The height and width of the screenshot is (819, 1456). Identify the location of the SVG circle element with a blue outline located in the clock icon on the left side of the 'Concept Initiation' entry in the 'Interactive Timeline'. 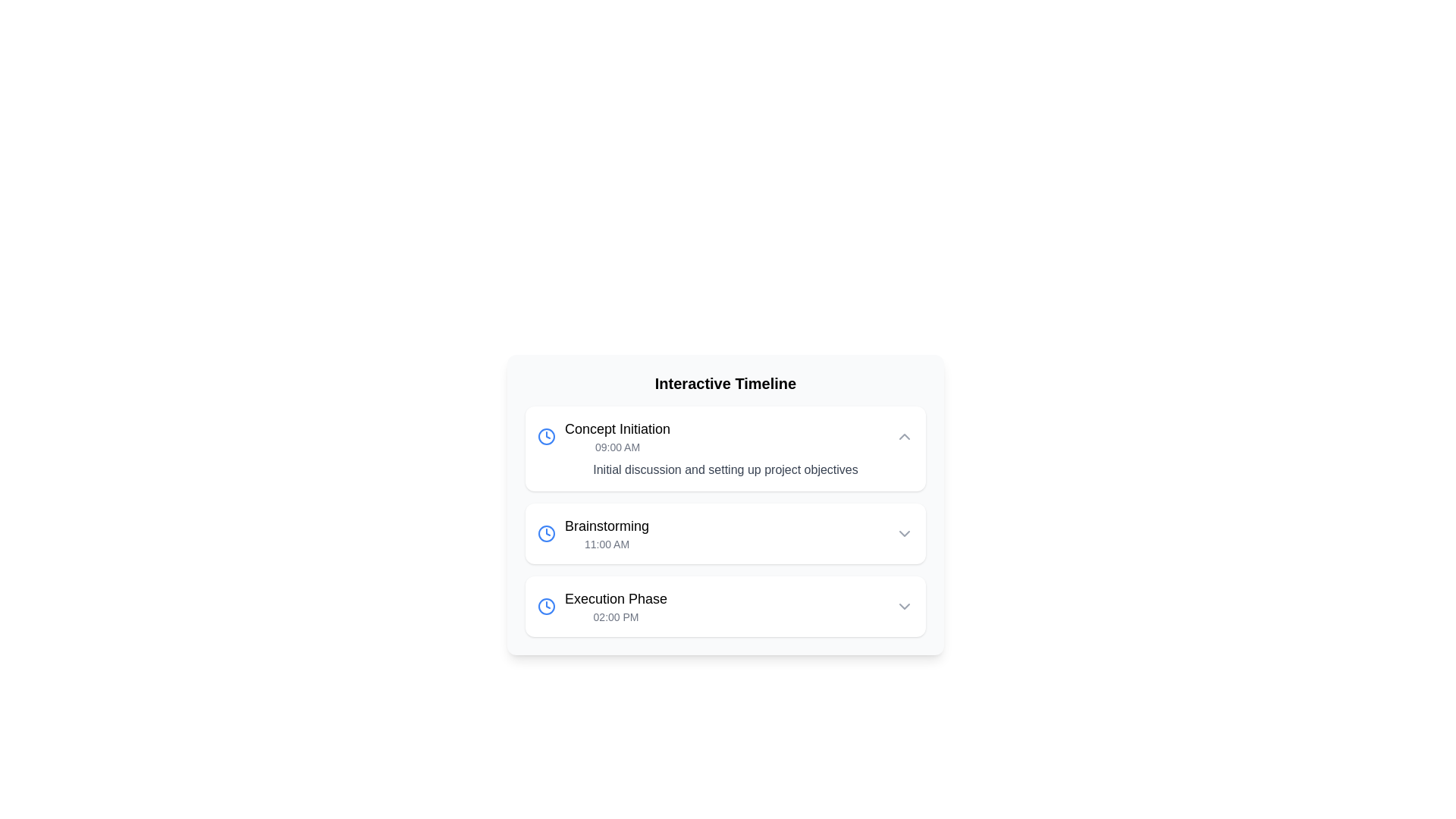
(546, 436).